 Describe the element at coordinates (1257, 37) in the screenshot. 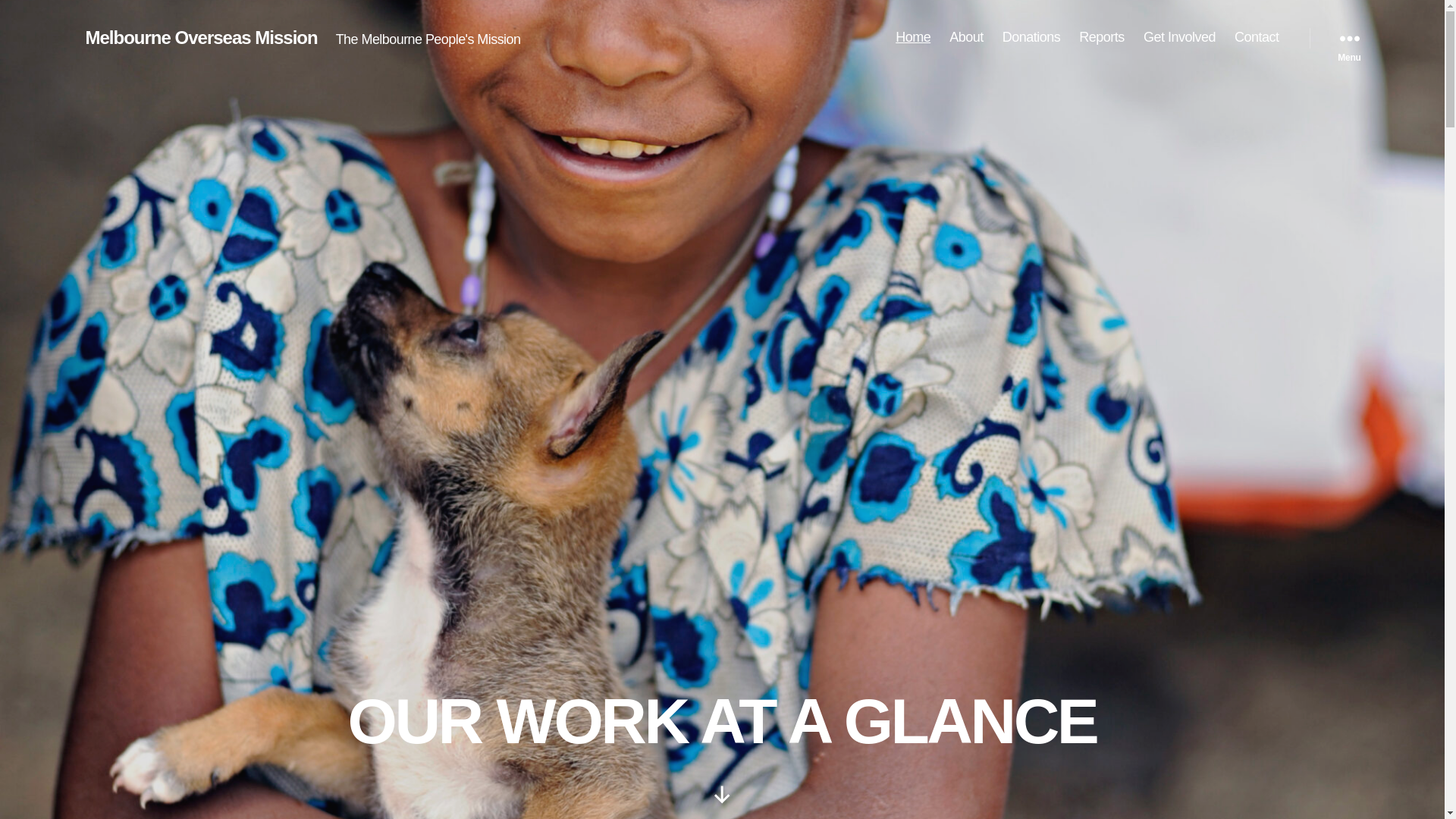

I see `'Contact'` at that location.